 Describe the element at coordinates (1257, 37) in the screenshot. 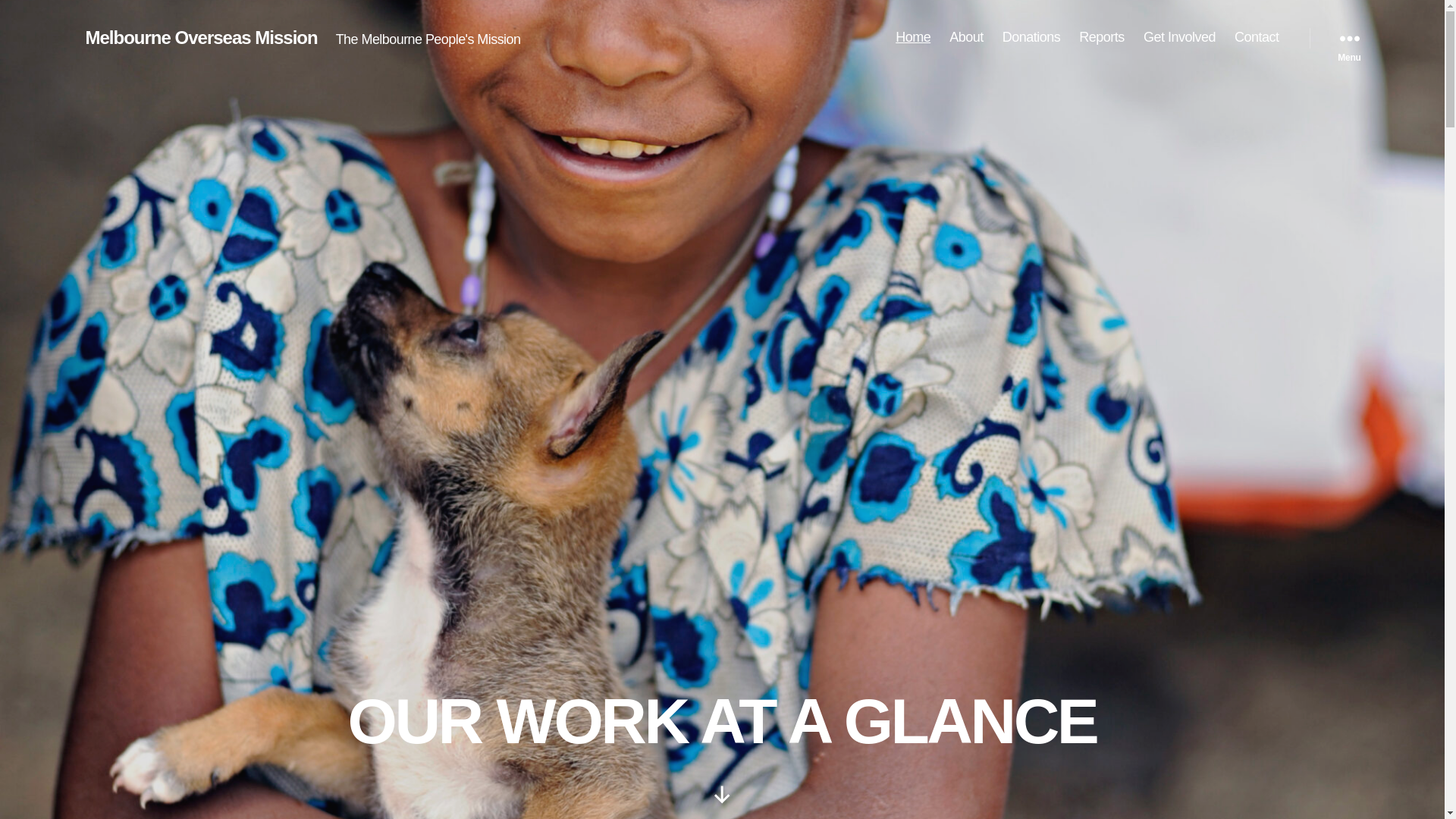

I see `'Contact'` at that location.